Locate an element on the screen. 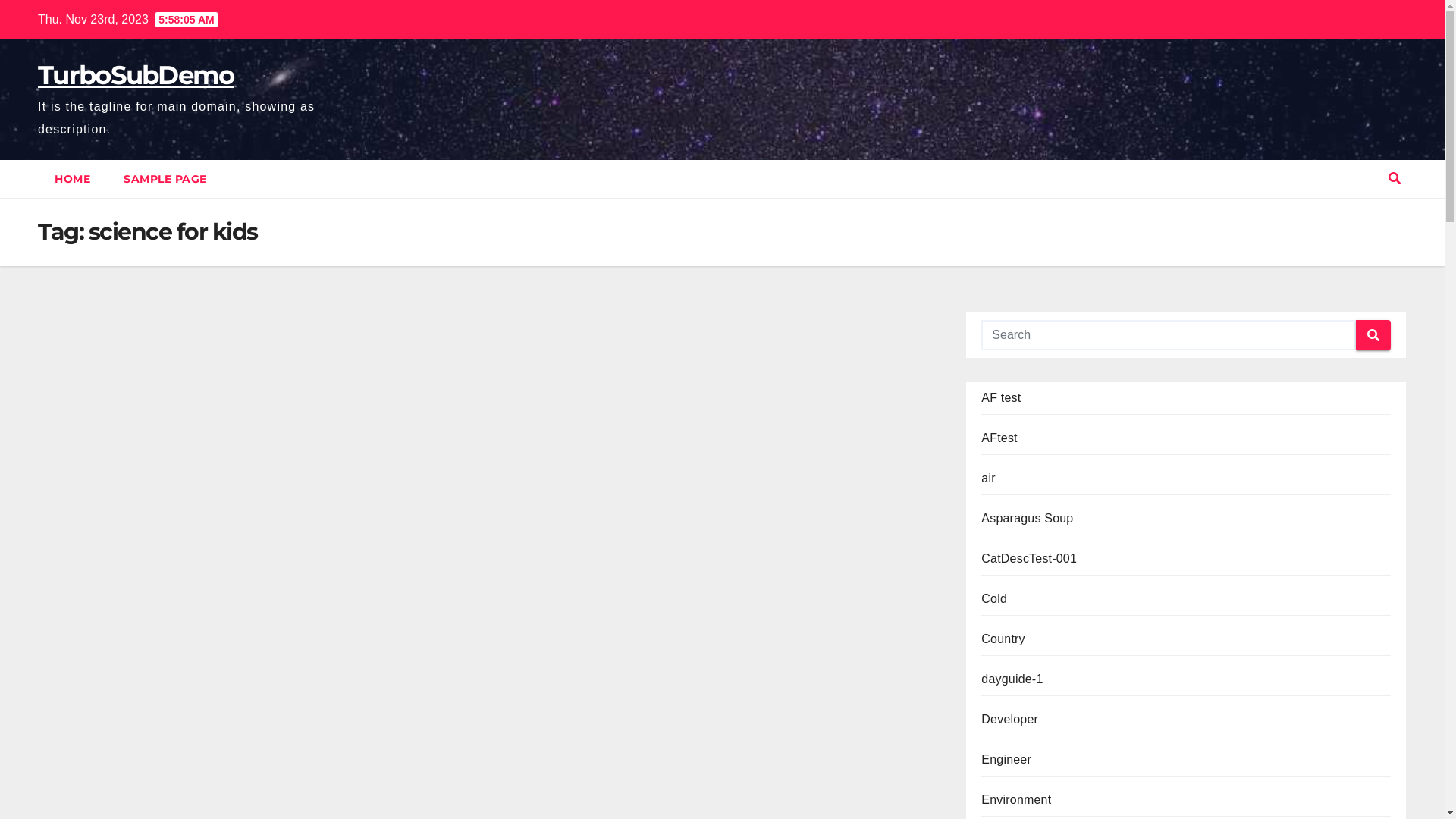  'Cold' is located at coordinates (993, 598).